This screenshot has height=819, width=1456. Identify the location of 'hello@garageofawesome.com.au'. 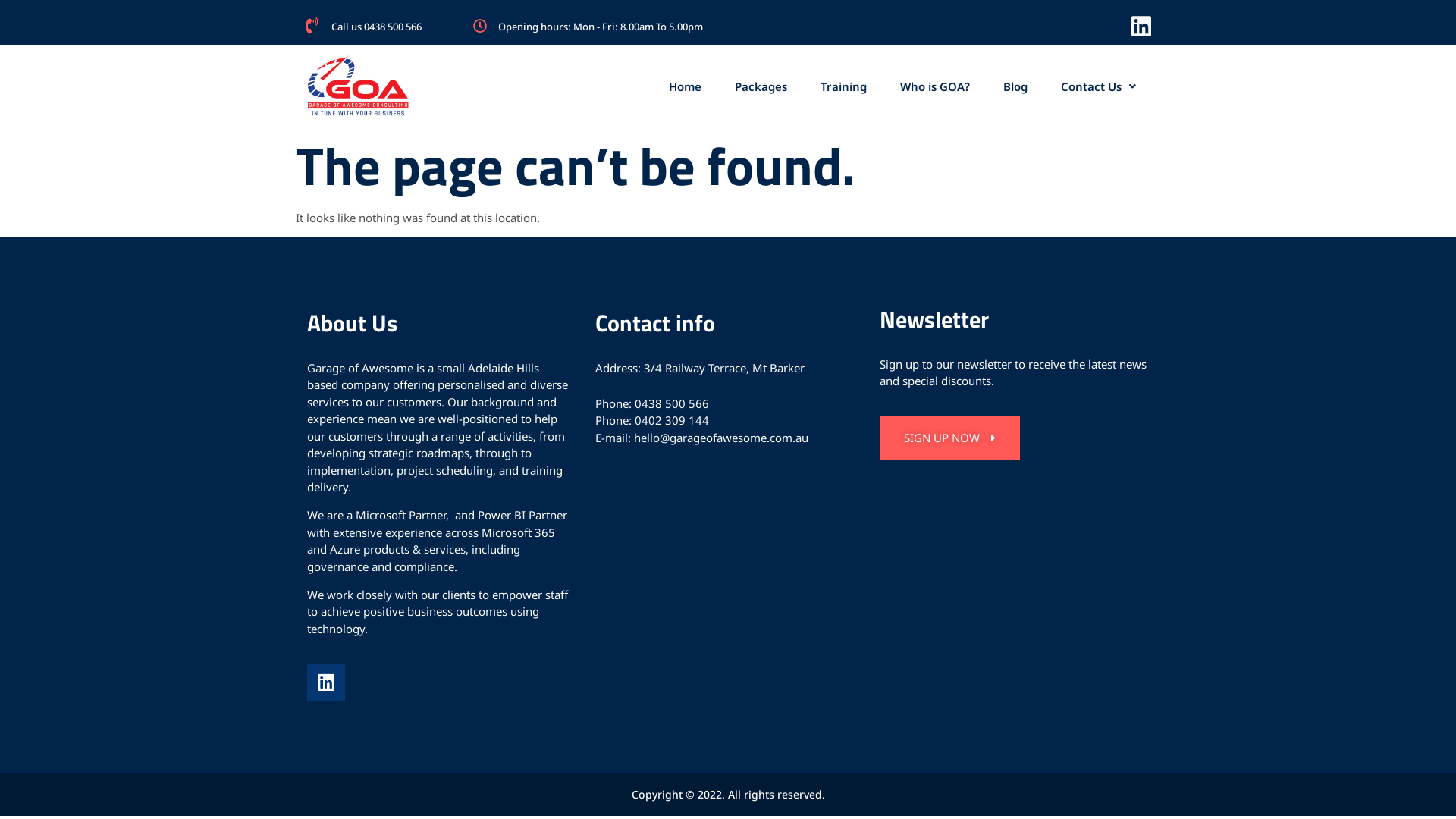
(633, 438).